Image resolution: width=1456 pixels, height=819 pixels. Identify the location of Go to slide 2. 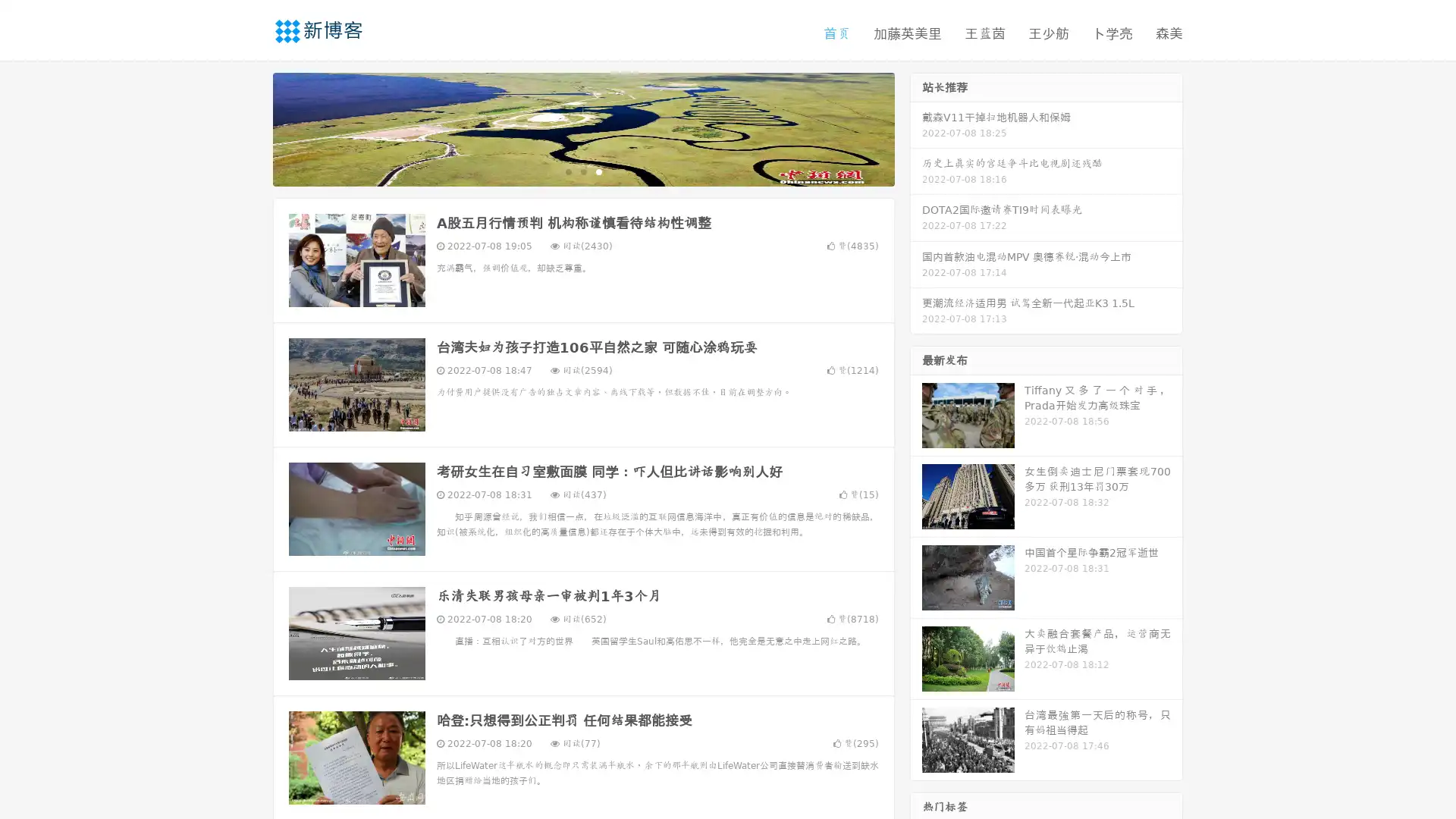
(582, 171).